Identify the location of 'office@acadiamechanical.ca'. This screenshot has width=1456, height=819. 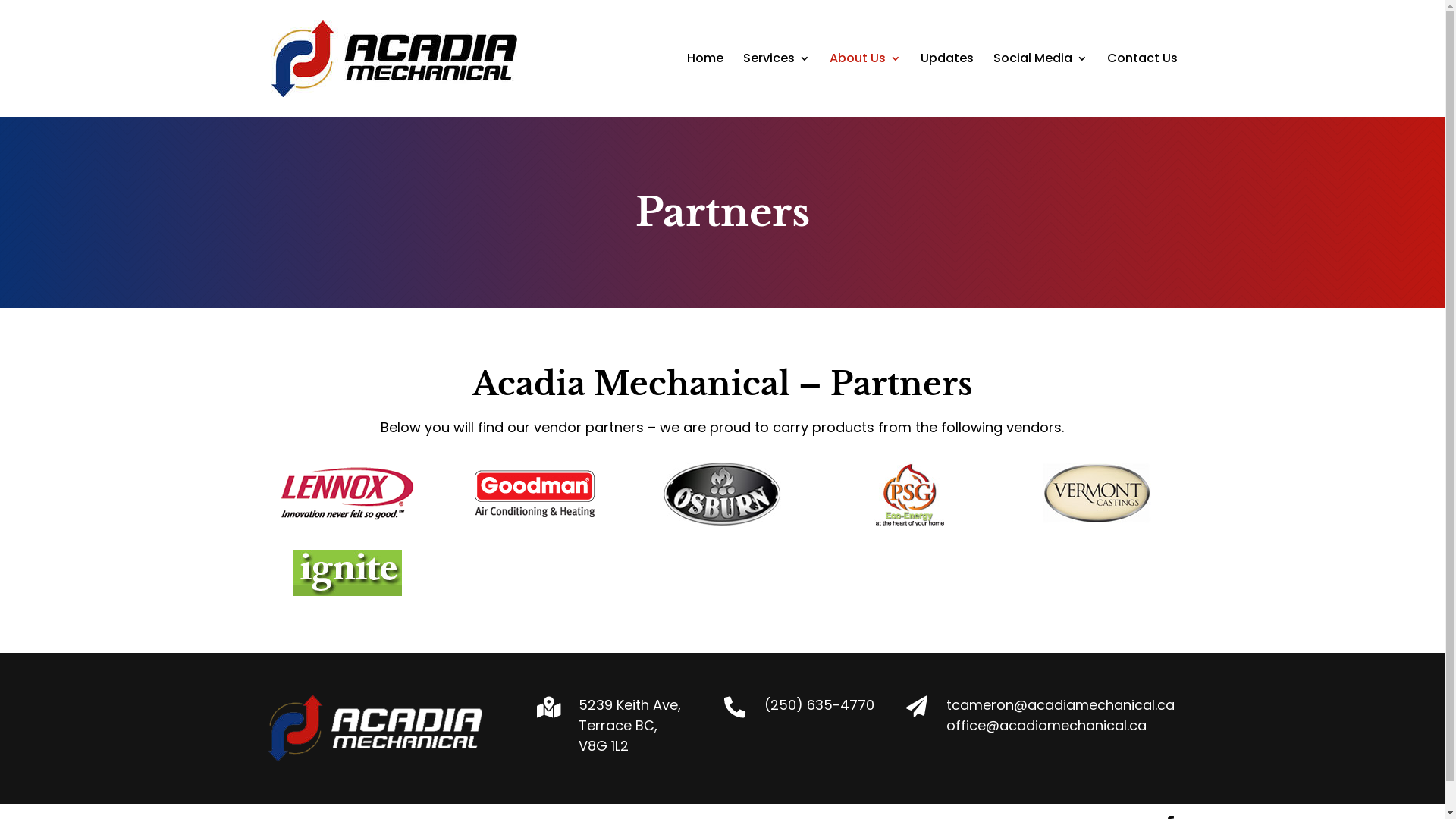
(1046, 724).